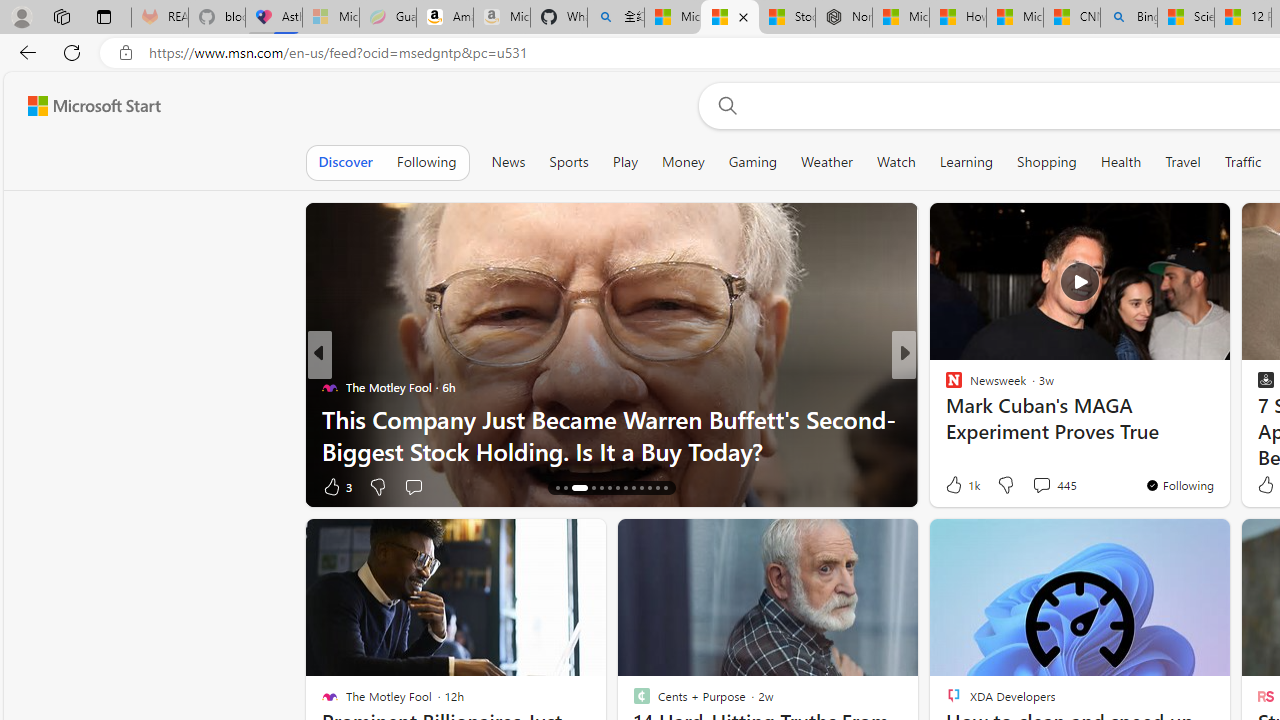 The height and width of the screenshot is (720, 1280). I want to click on 'View comments 38 Comment', so click(1041, 486).